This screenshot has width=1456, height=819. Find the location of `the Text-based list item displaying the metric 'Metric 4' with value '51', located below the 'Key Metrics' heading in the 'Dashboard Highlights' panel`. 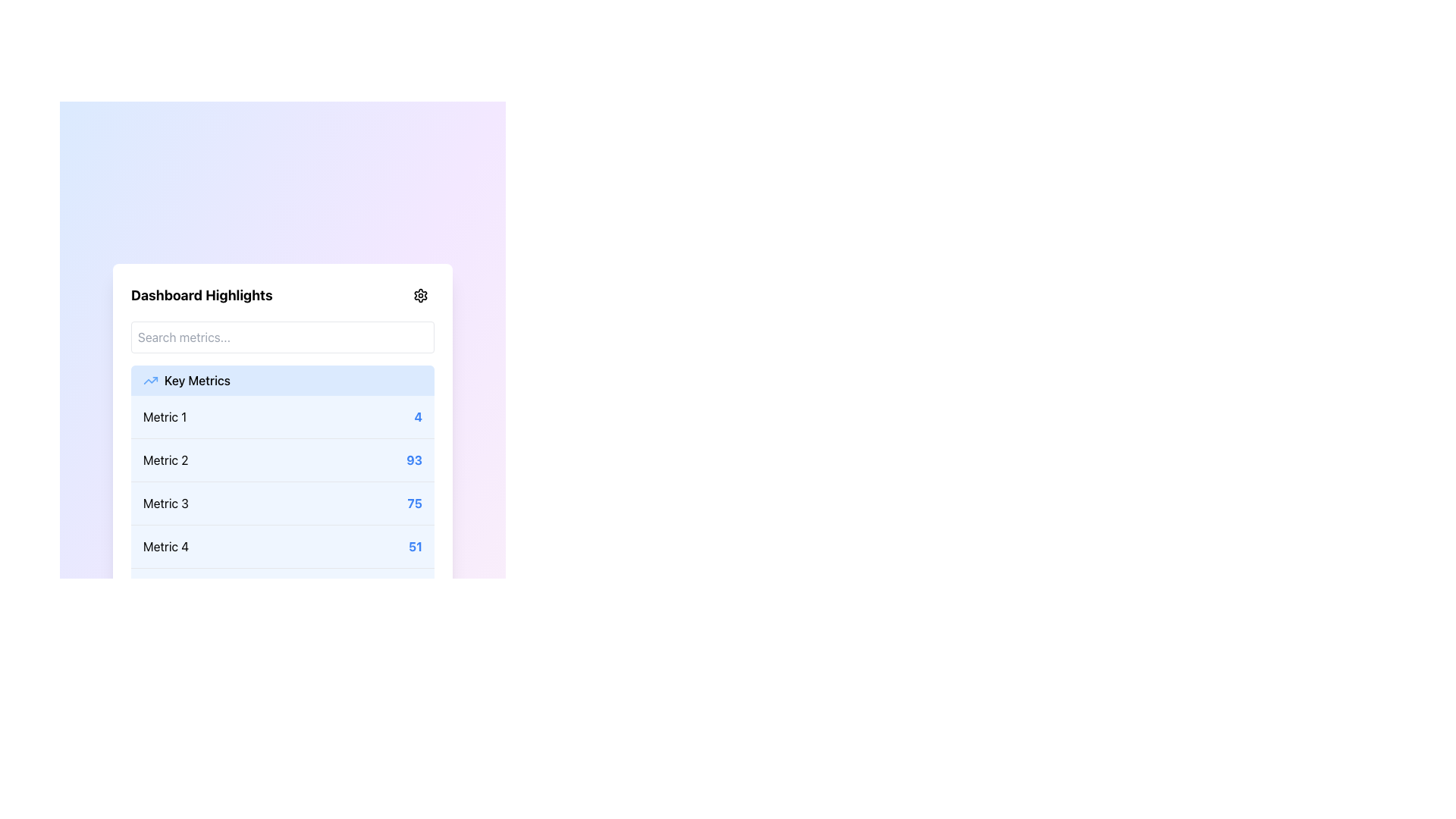

the Text-based list item displaying the metric 'Metric 4' with value '51', located below the 'Key Metrics' heading in the 'Dashboard Highlights' panel is located at coordinates (283, 547).